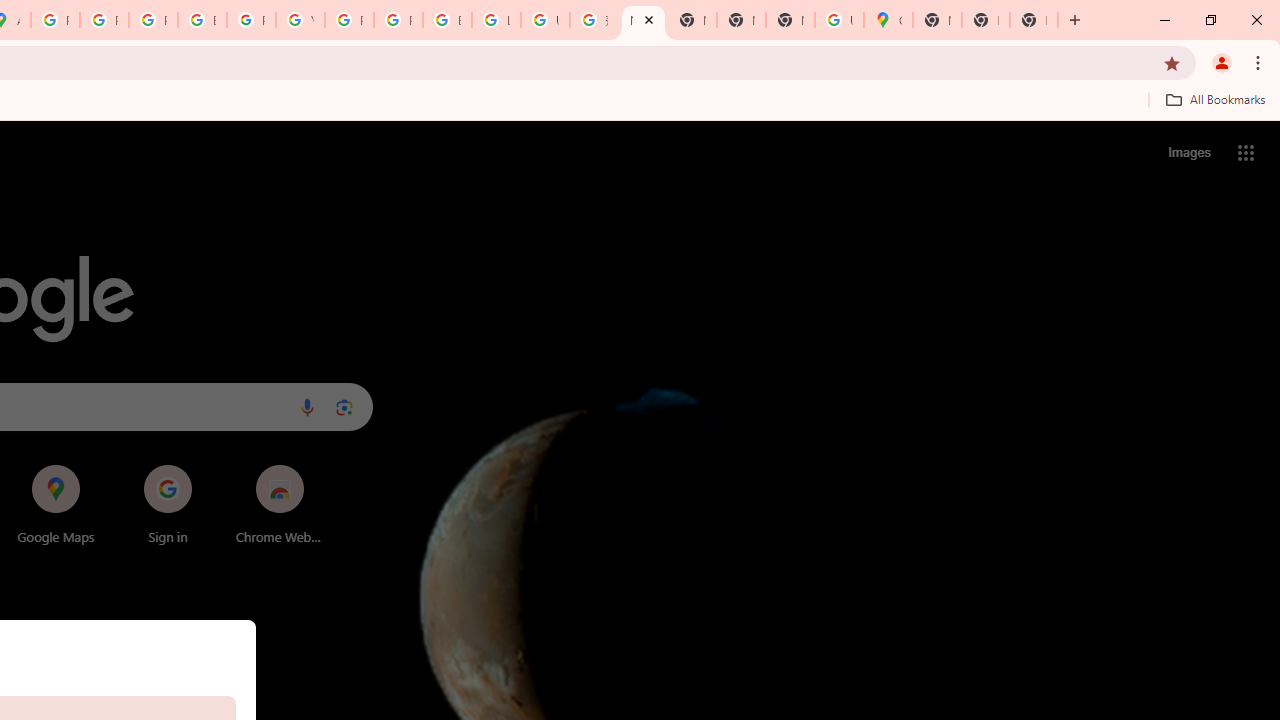 Image resolution: width=1280 pixels, height=720 pixels. I want to click on 'Privacy Help Center - Policies Help', so click(103, 20).